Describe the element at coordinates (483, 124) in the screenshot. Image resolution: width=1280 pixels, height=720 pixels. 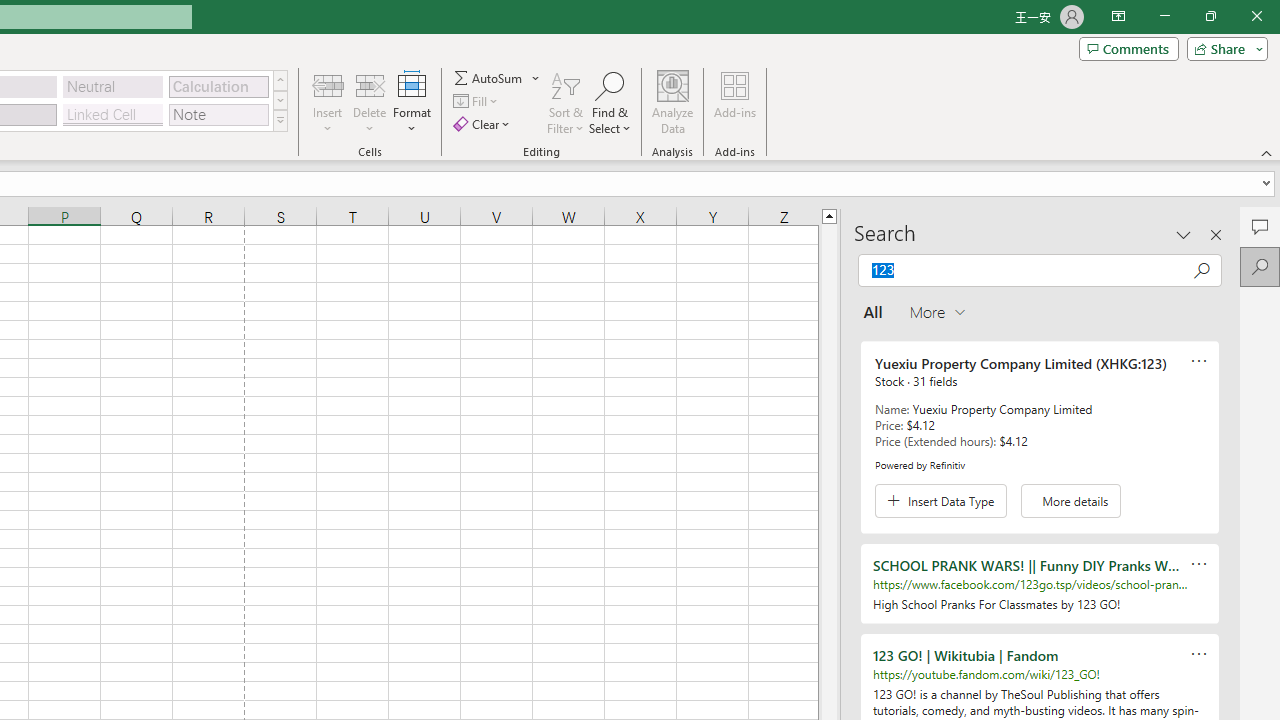
I see `'Clear'` at that location.